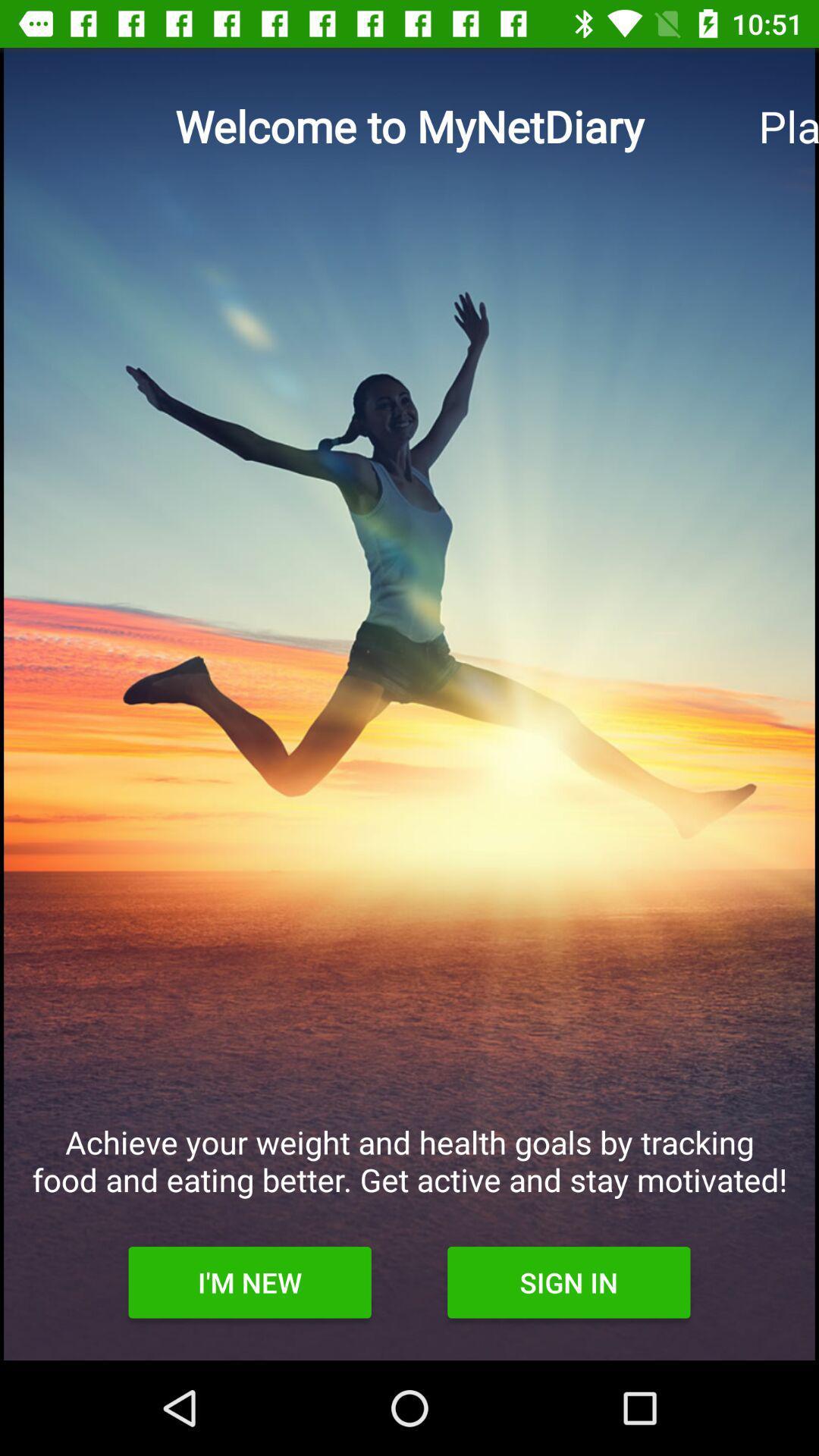 This screenshot has width=819, height=1456. What do you see at coordinates (569, 1282) in the screenshot?
I see `the icon at the bottom right corner` at bounding box center [569, 1282].